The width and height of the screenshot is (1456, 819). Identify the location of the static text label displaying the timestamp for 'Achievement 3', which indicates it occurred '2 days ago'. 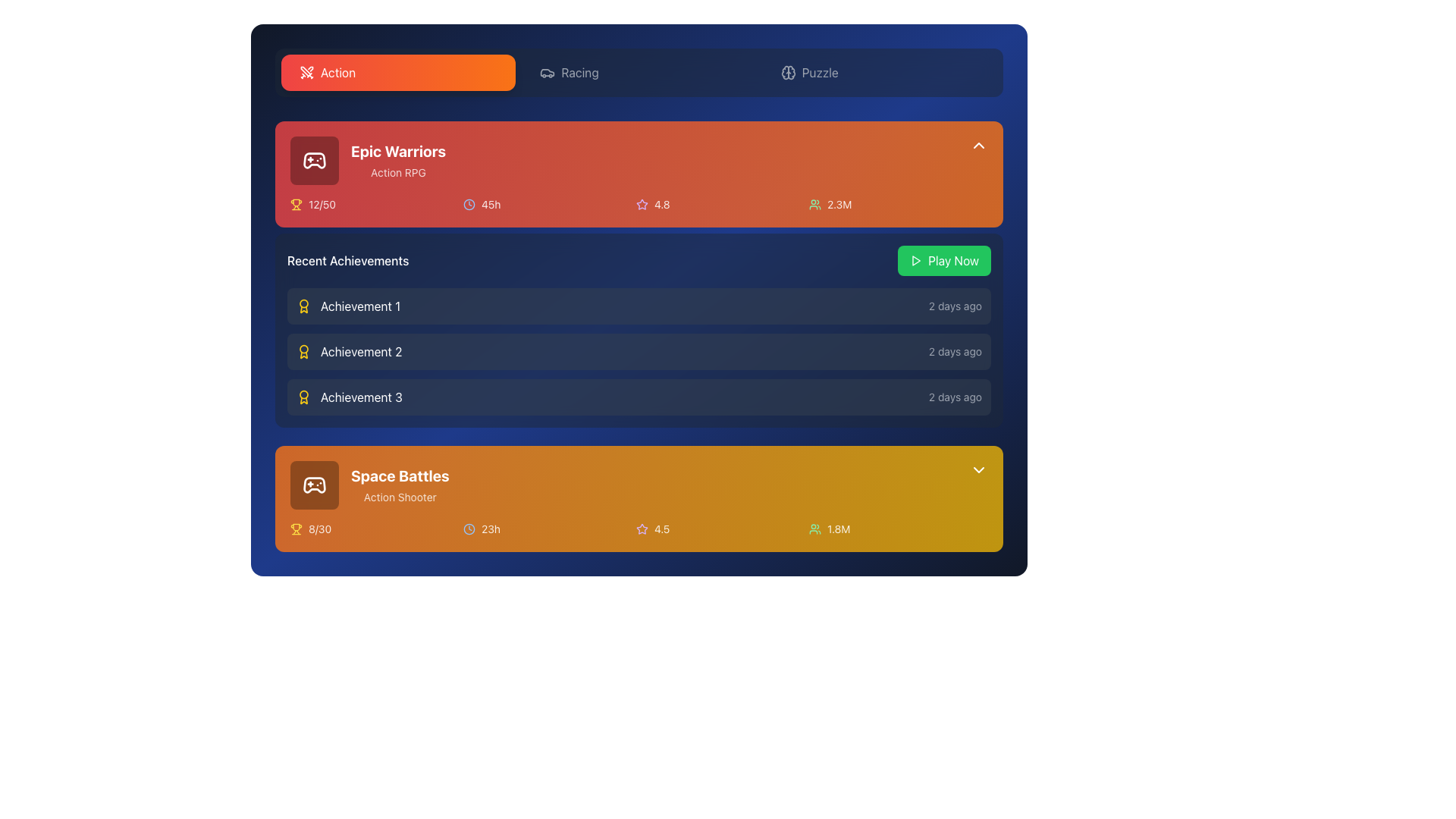
(954, 397).